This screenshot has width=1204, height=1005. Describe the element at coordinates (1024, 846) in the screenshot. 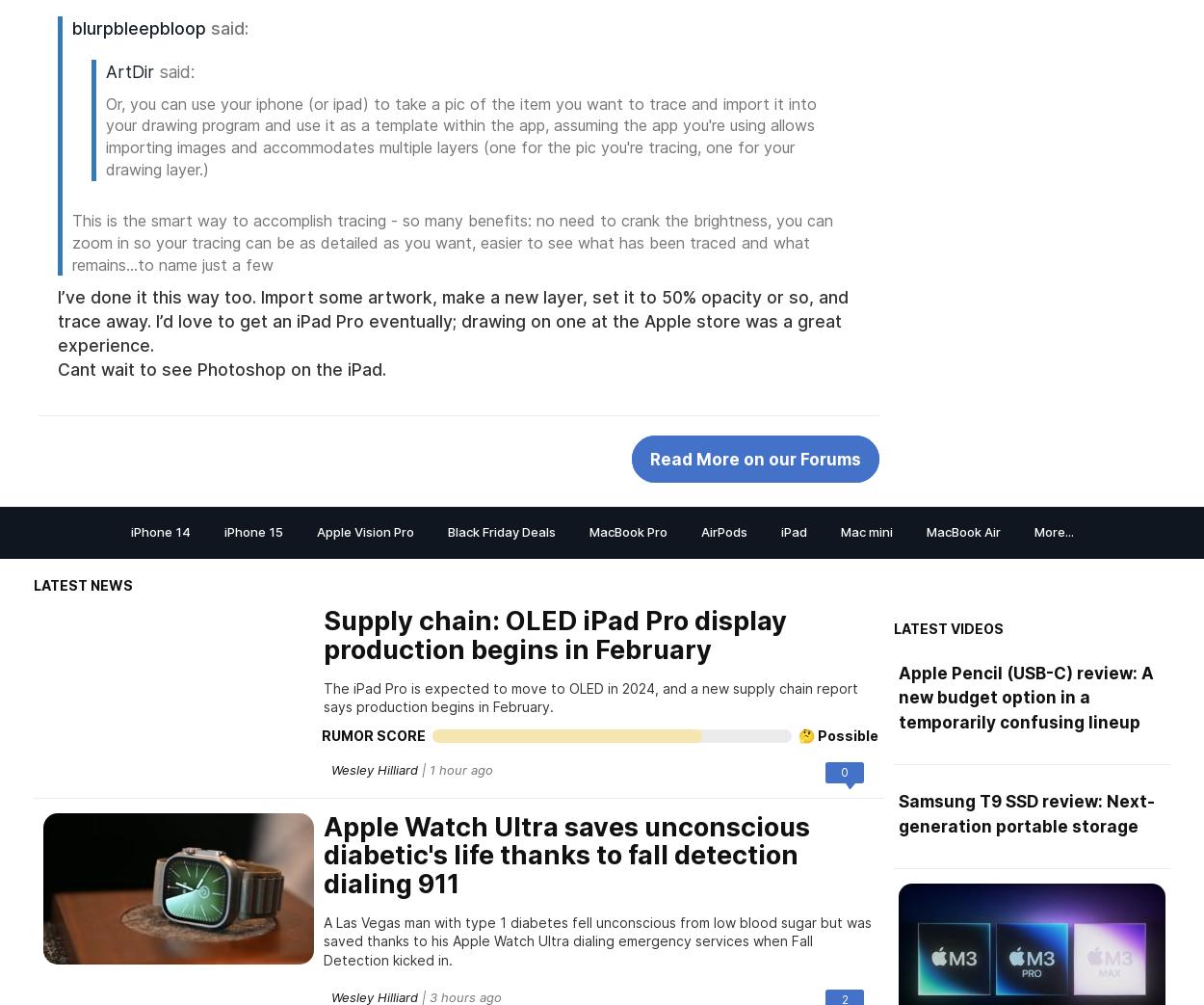

I see `'Apple Pencil (USB-C) review: A new budget option in a temporarily confusing lineup'` at that location.